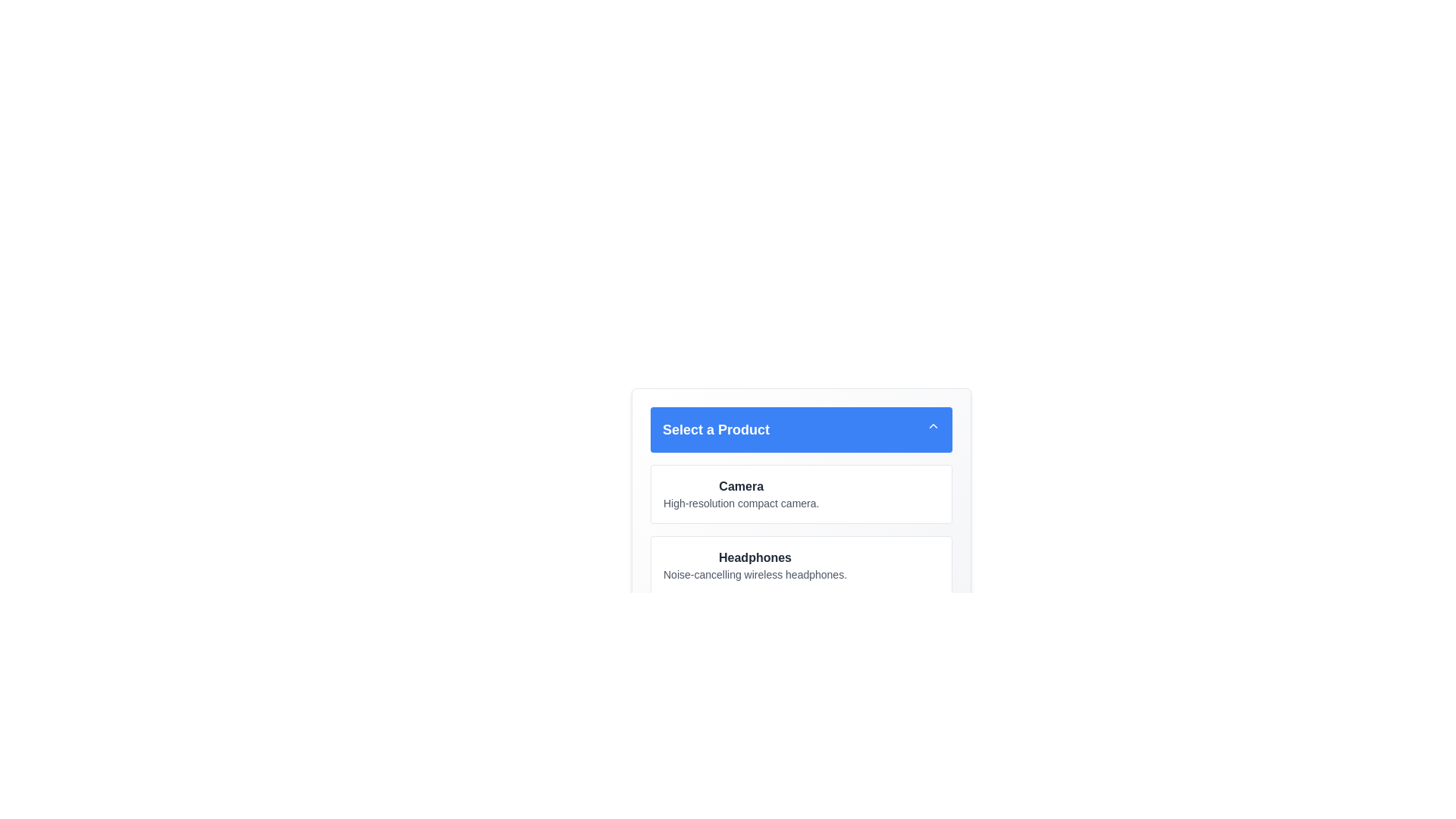 Image resolution: width=1456 pixels, height=819 pixels. Describe the element at coordinates (932, 426) in the screenshot. I see `the expand/collapse icon located at the top-right corner of the 'Select a Product' button` at that location.